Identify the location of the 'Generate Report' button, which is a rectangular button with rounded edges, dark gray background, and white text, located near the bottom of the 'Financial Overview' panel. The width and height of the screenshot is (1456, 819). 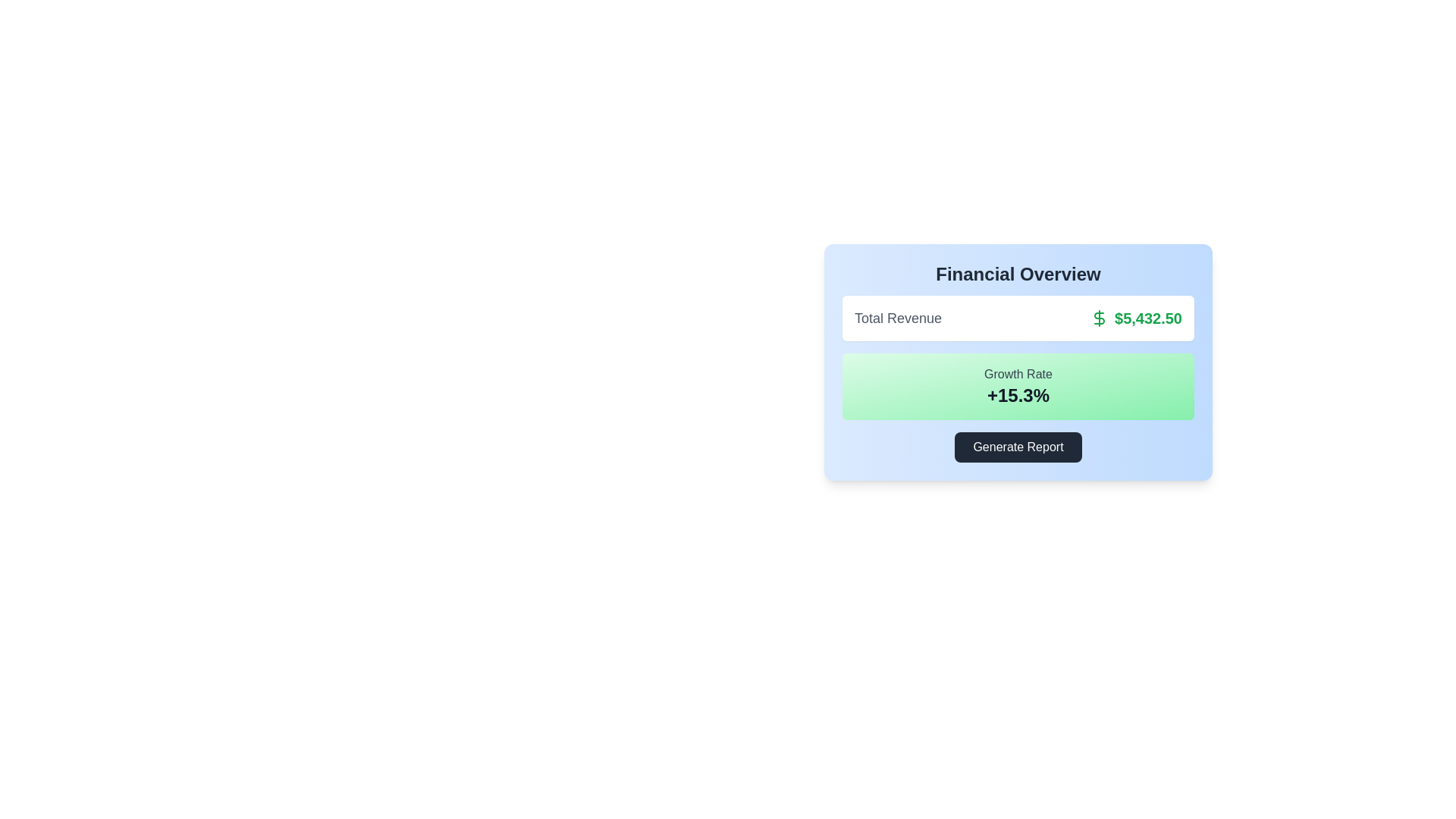
(1018, 447).